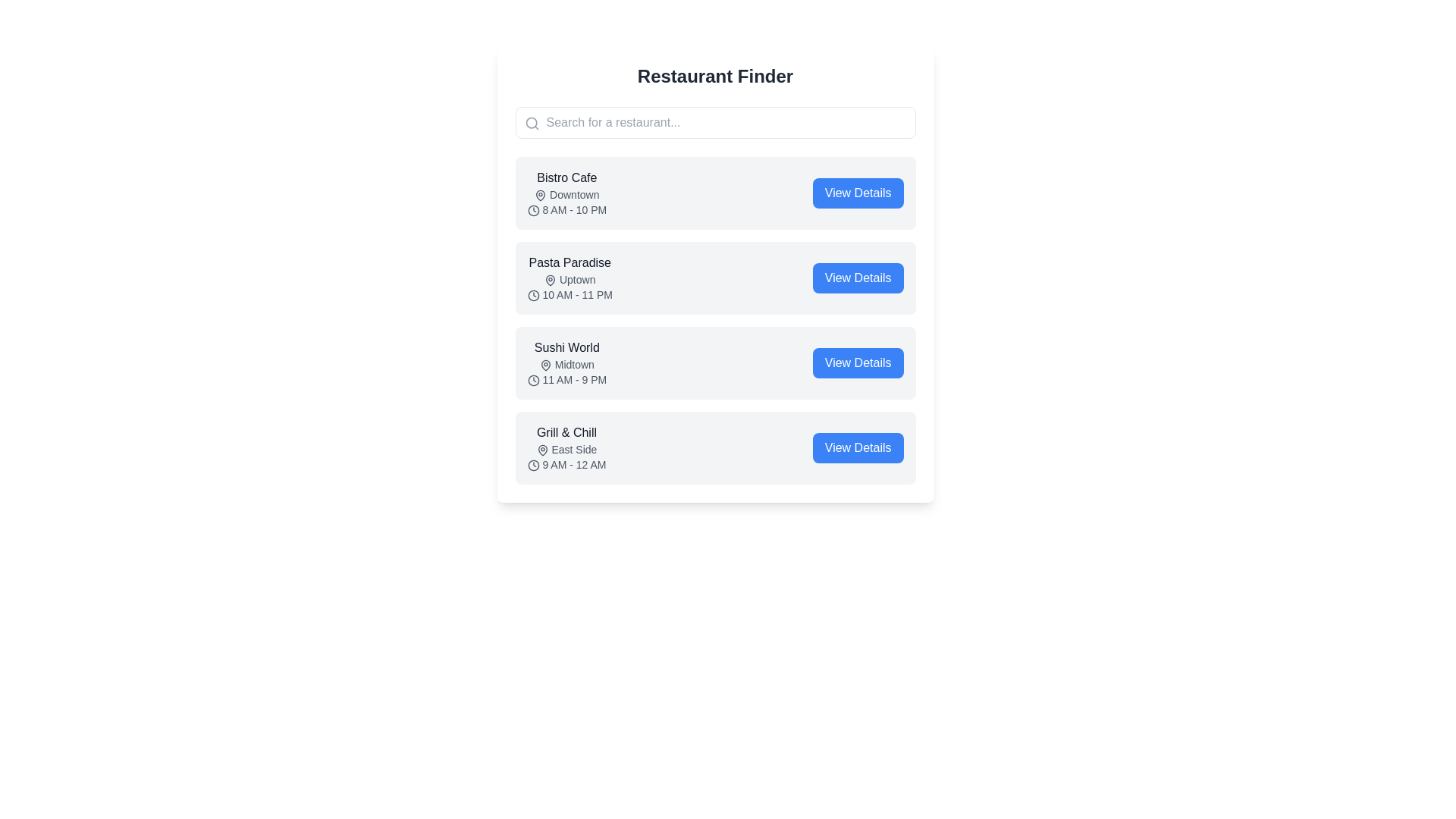  I want to click on the button on the right side of the 'Pasta Paradise' listing in the 'Restaurant Finder' interface, so click(858, 278).